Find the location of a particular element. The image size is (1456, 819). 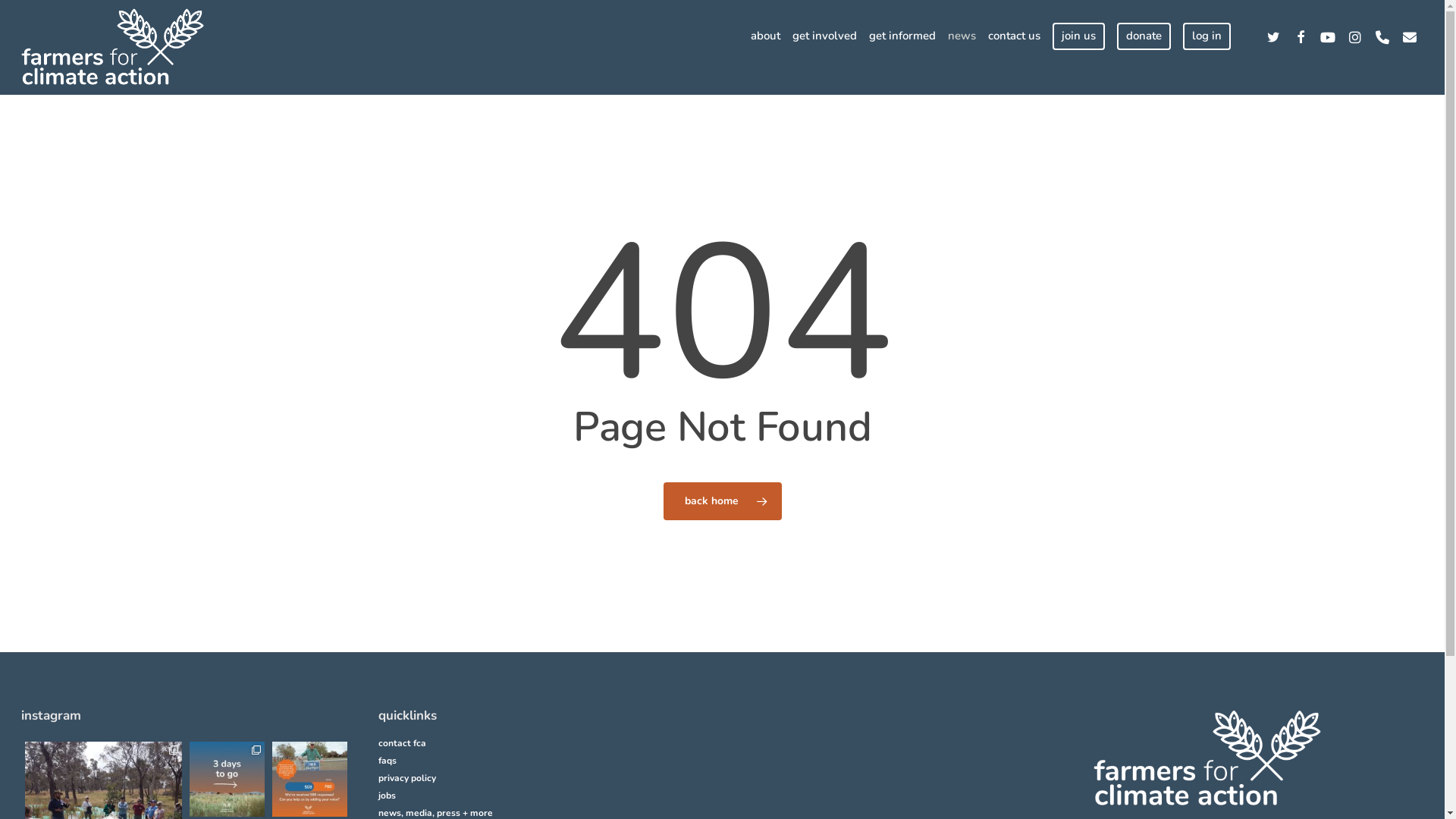

'about' is located at coordinates (765, 35).